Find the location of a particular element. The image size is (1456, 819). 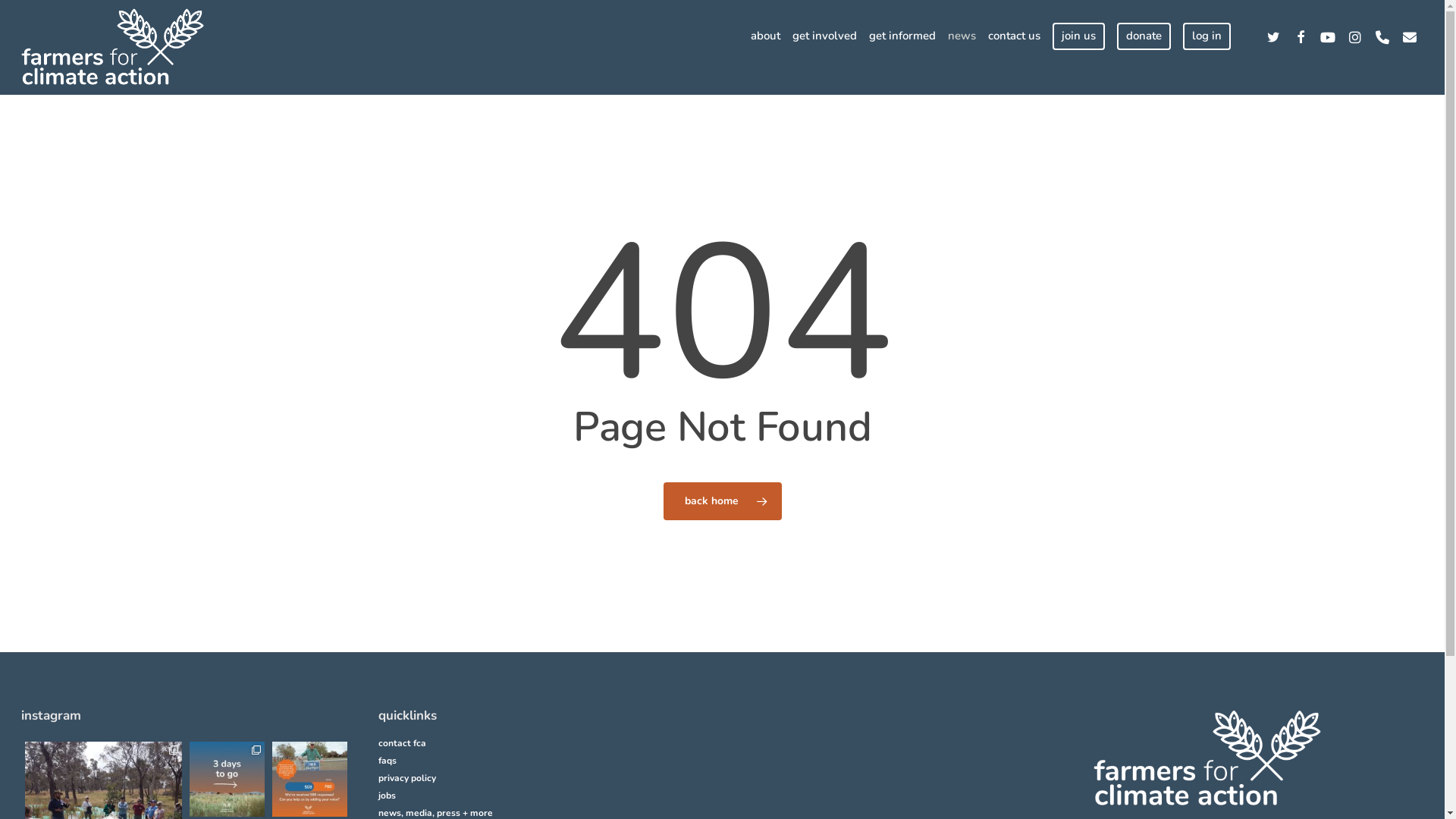

'about' is located at coordinates (765, 35).